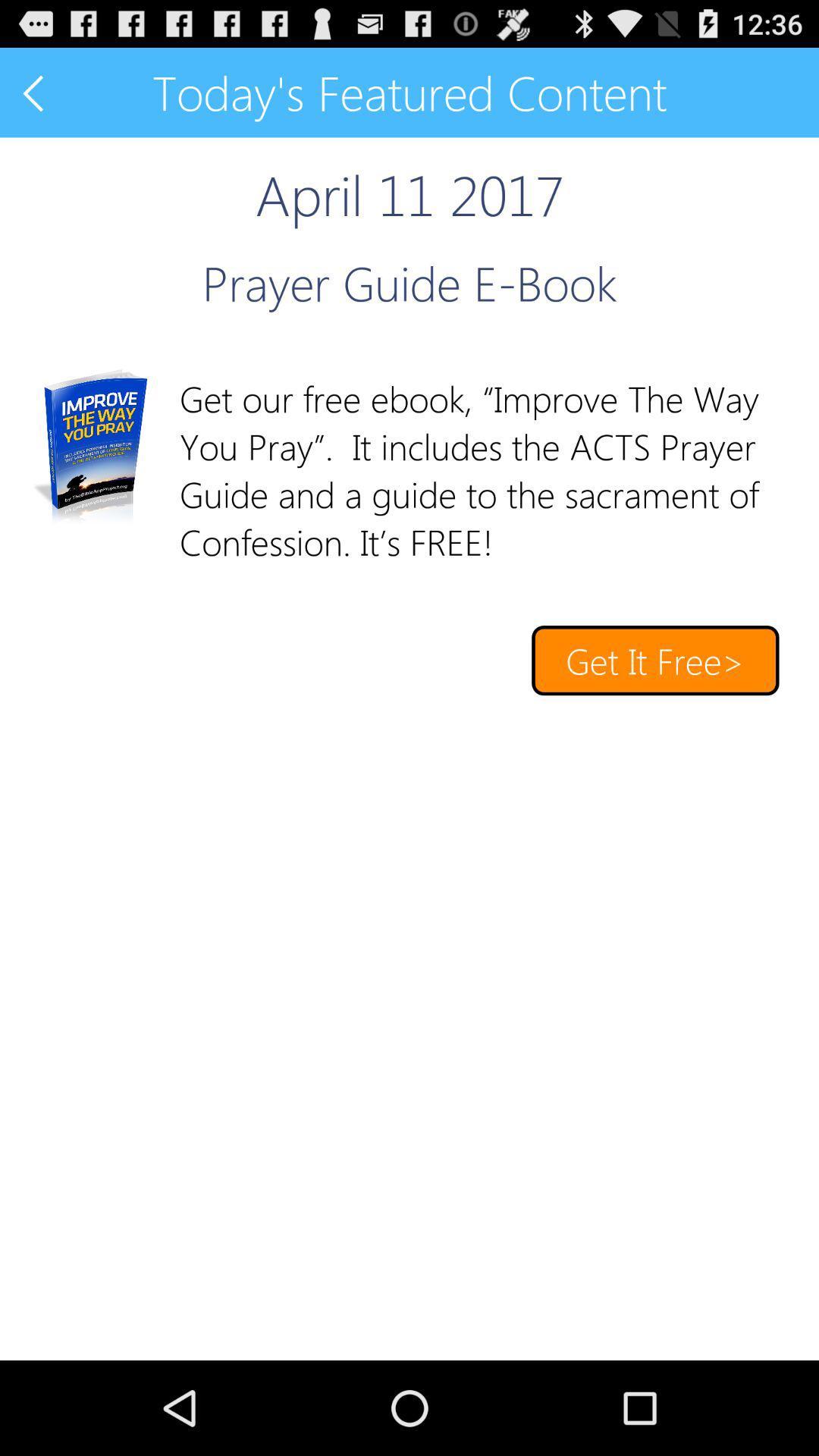 The height and width of the screenshot is (1456, 819). Describe the element at coordinates (34, 92) in the screenshot. I see `go back` at that location.